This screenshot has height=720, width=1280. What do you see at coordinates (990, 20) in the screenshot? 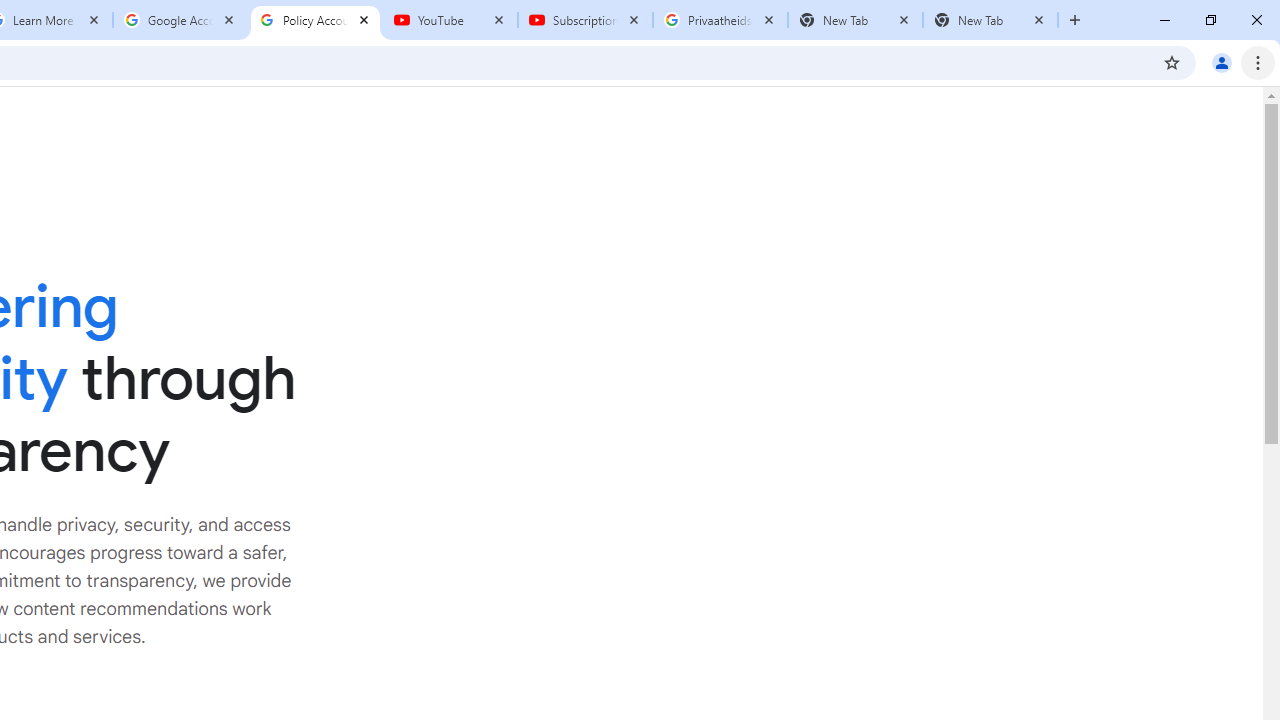
I see `'New Tab'` at bounding box center [990, 20].